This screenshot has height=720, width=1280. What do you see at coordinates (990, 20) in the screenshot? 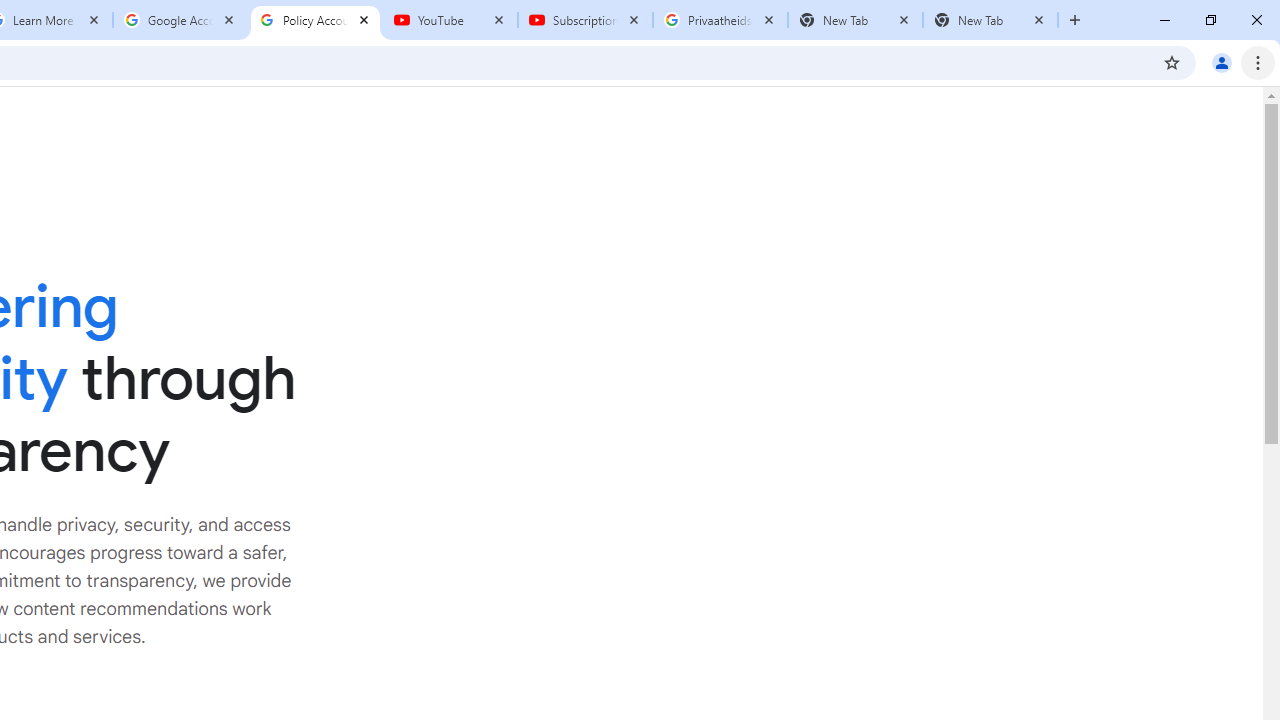
I see `'New Tab'` at bounding box center [990, 20].